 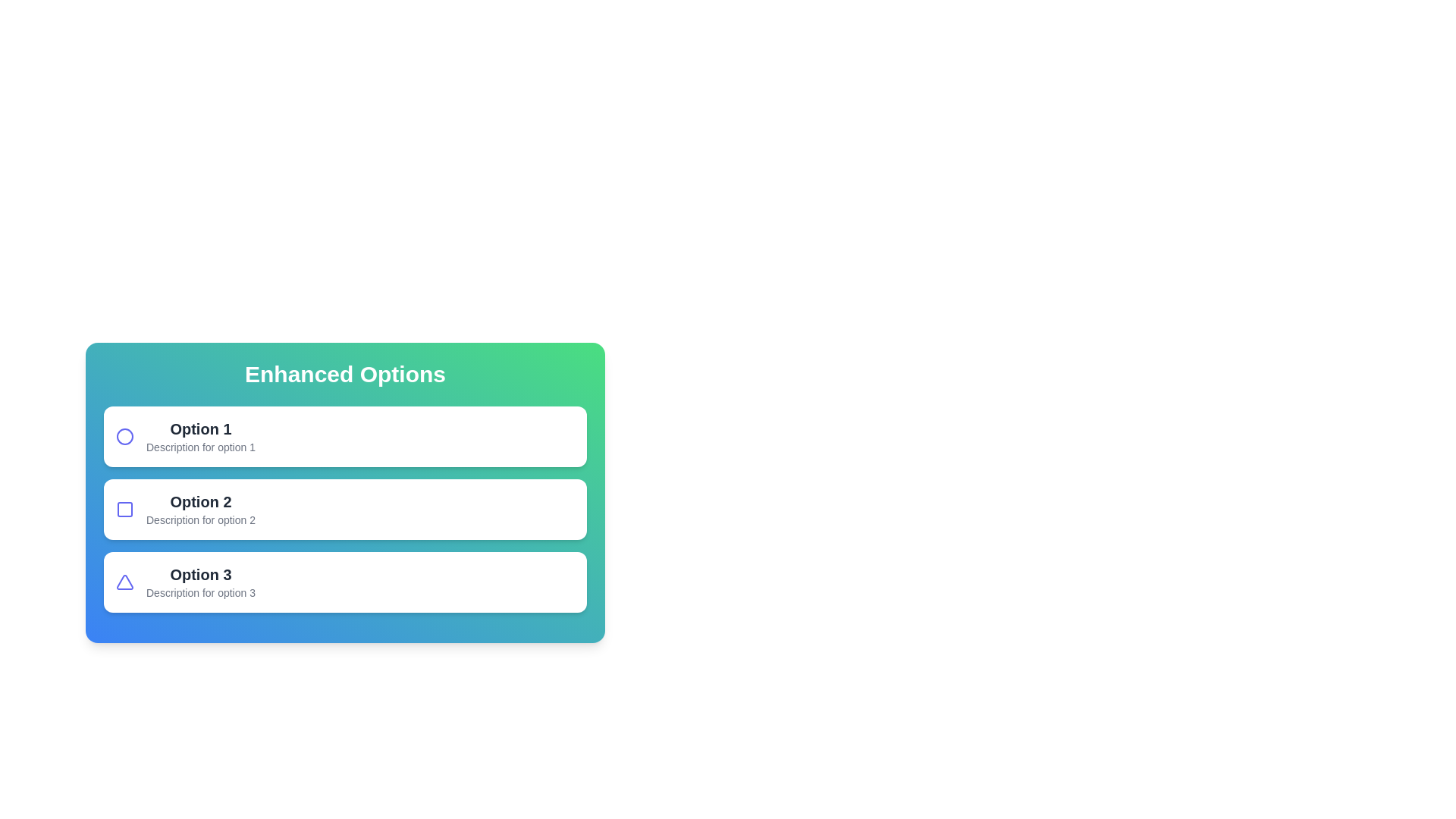 What do you see at coordinates (344, 509) in the screenshot?
I see `the checkbox in the 'Option 2' selectable option panel under 'Enhanced Options'` at bounding box center [344, 509].